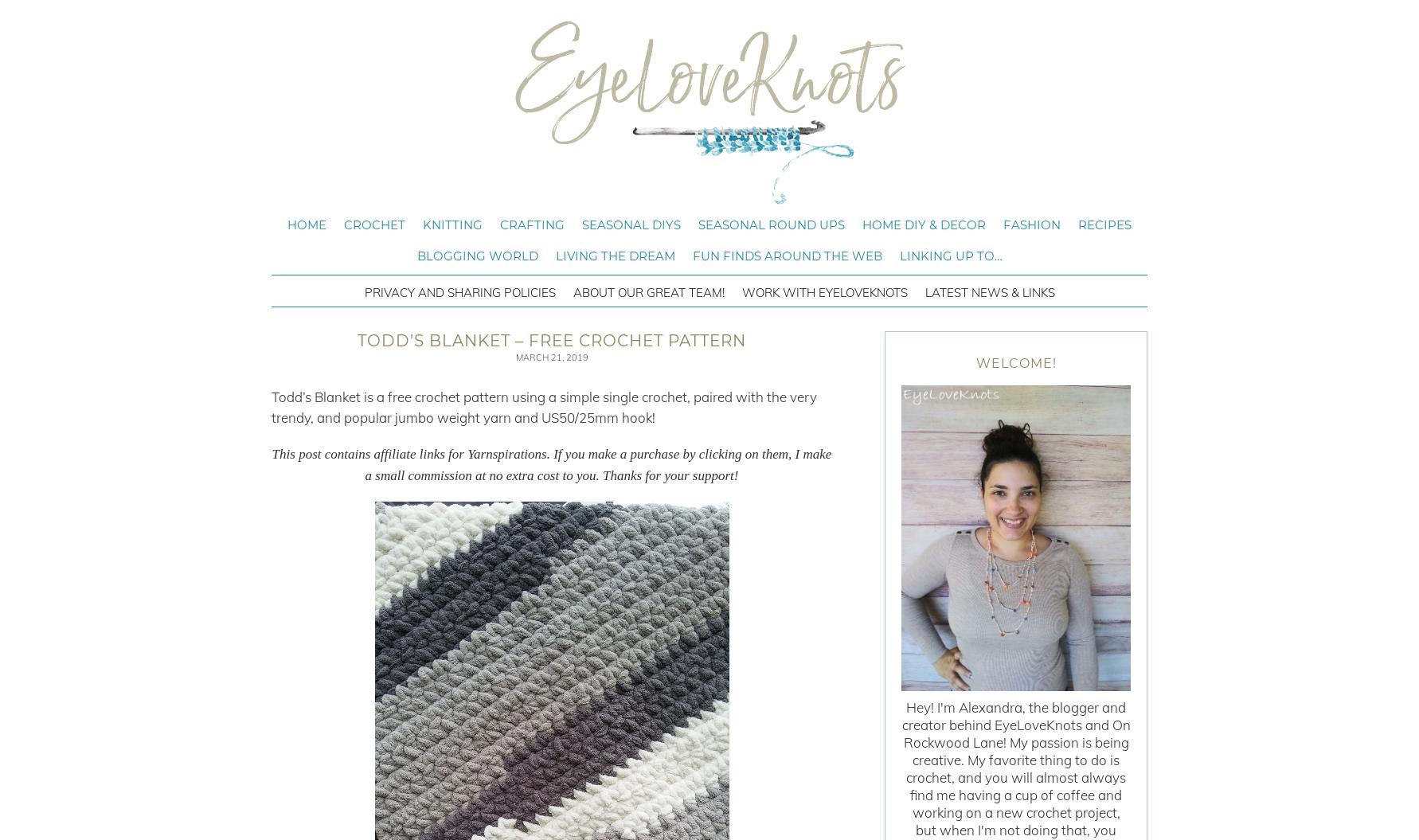  I want to click on 'About Our GREAT Team!', so click(573, 292).